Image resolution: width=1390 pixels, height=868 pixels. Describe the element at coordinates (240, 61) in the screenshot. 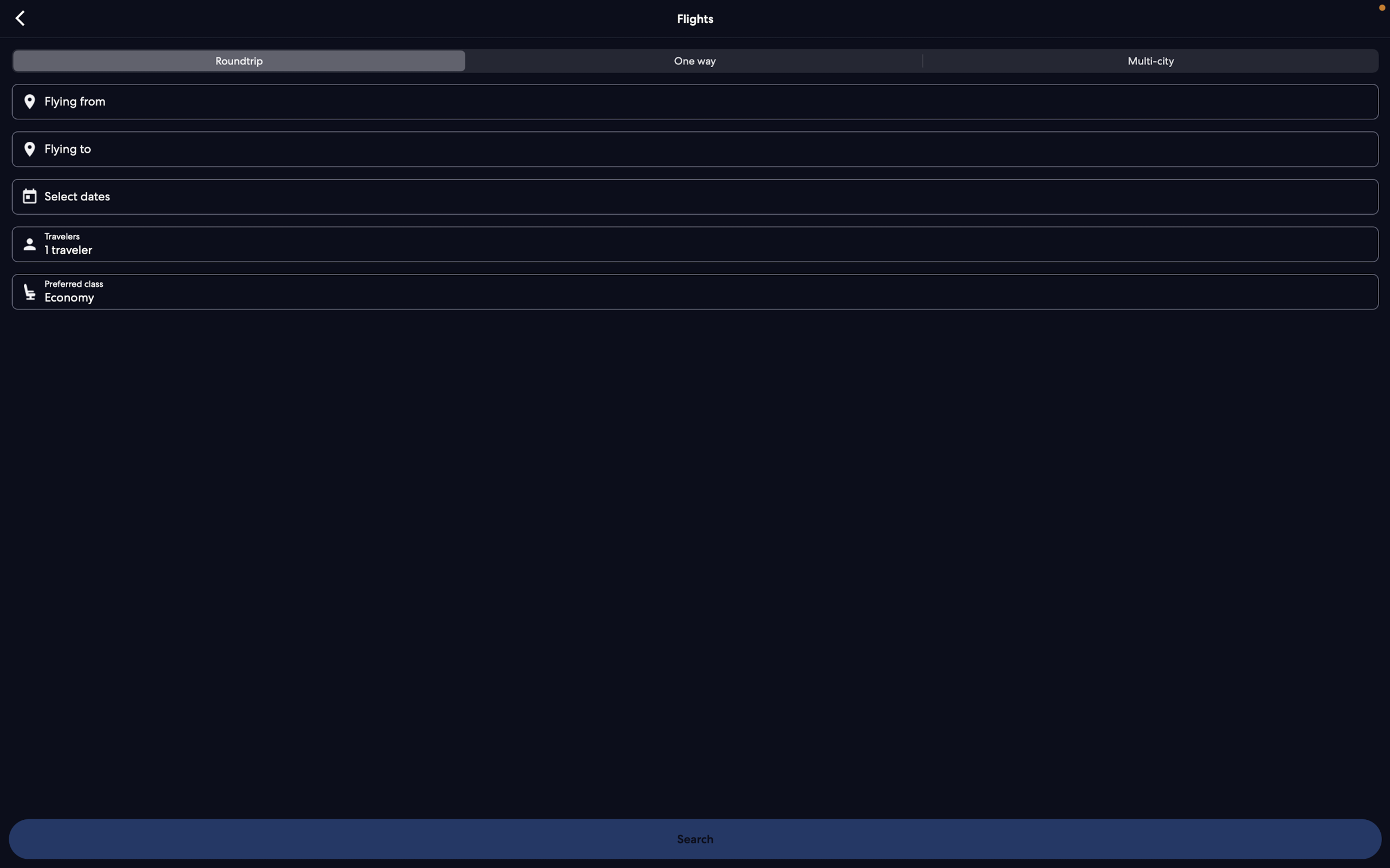

I see `Activate the roundtrip flight choice` at that location.